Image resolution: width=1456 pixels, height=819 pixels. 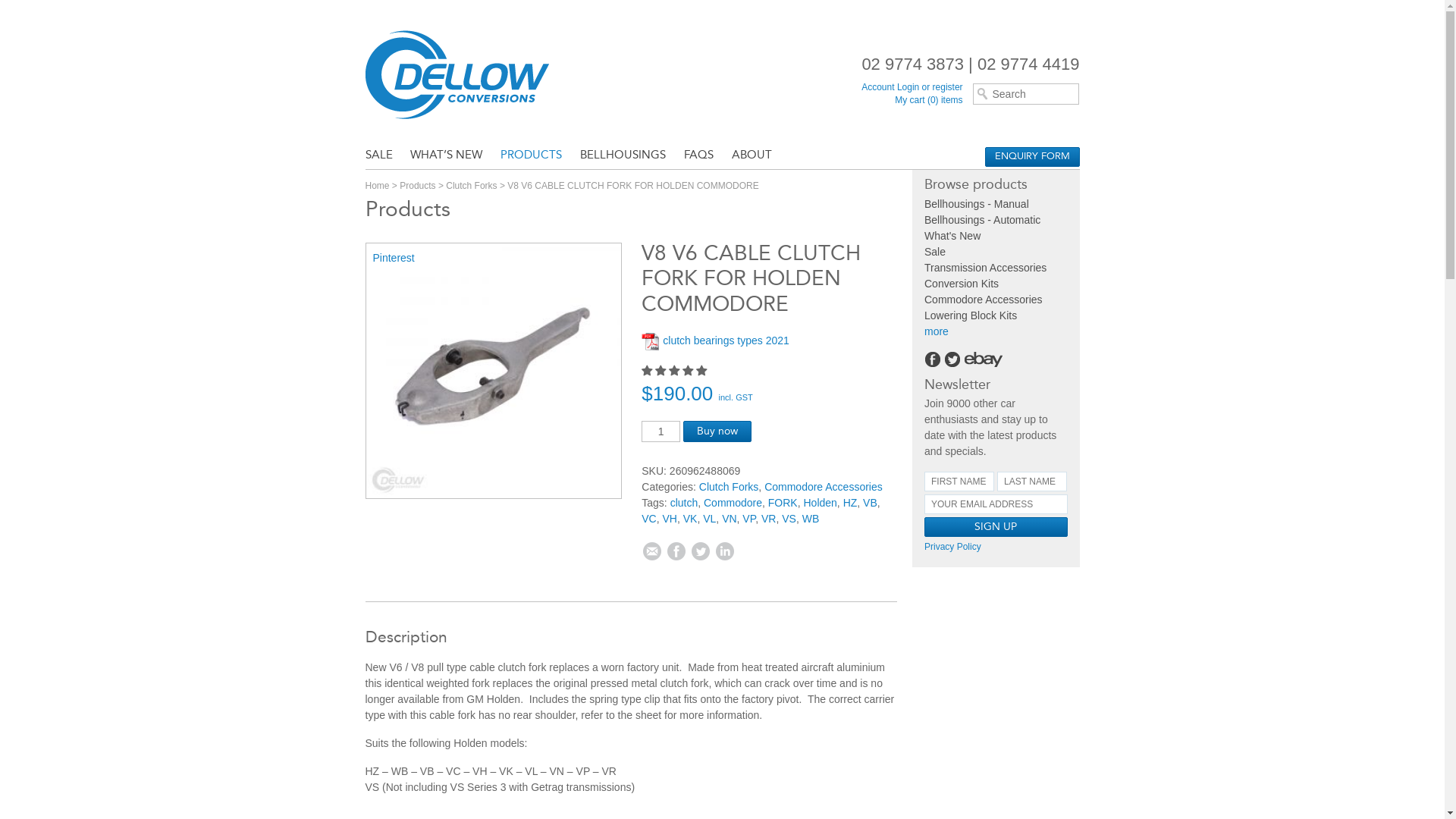 I want to click on 'Conversion Kits', so click(x=924, y=284).